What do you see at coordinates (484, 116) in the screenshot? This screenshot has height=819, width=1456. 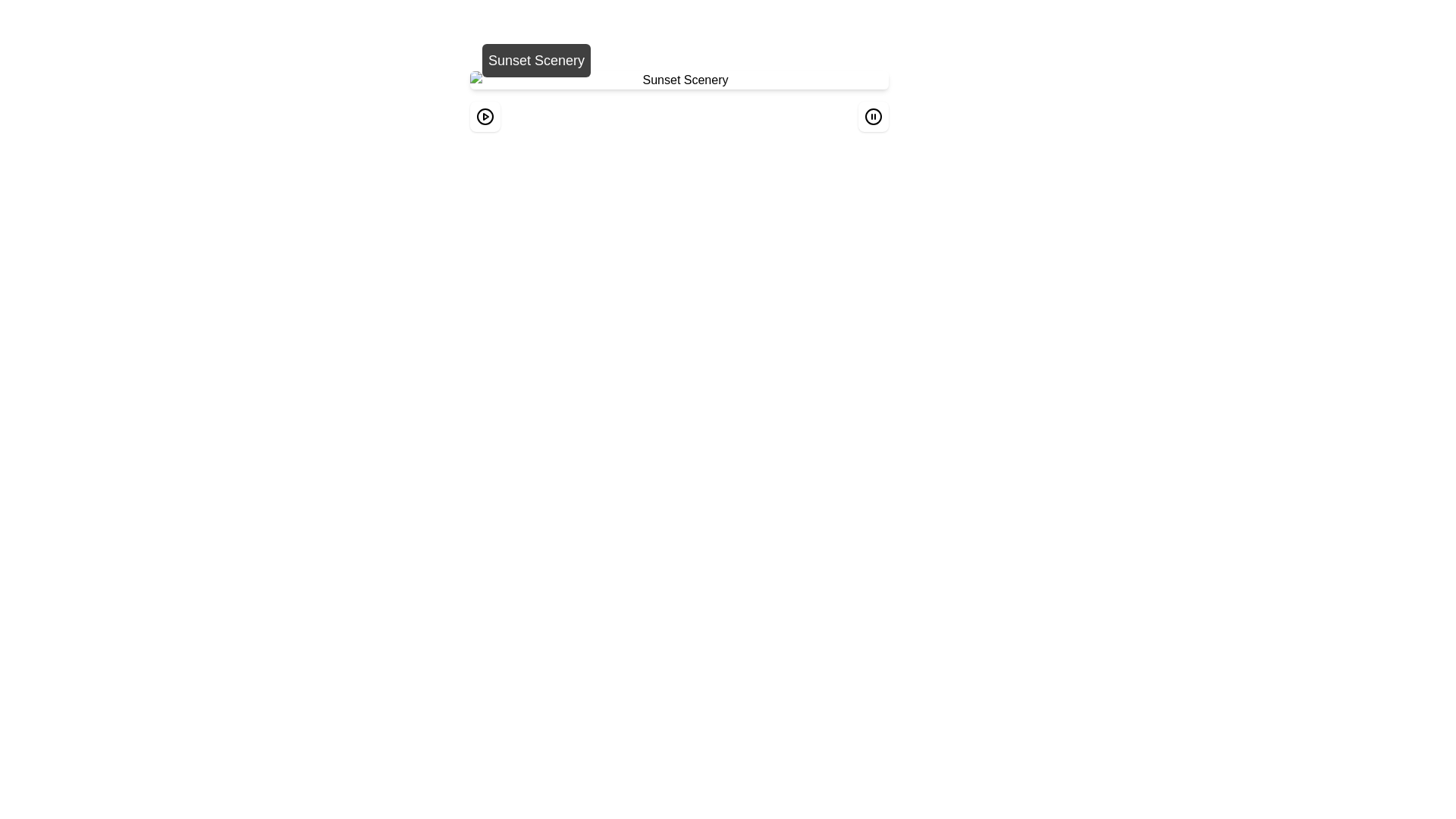 I see `the circular play button located on the left side of a horizontal UI block` at bounding box center [484, 116].